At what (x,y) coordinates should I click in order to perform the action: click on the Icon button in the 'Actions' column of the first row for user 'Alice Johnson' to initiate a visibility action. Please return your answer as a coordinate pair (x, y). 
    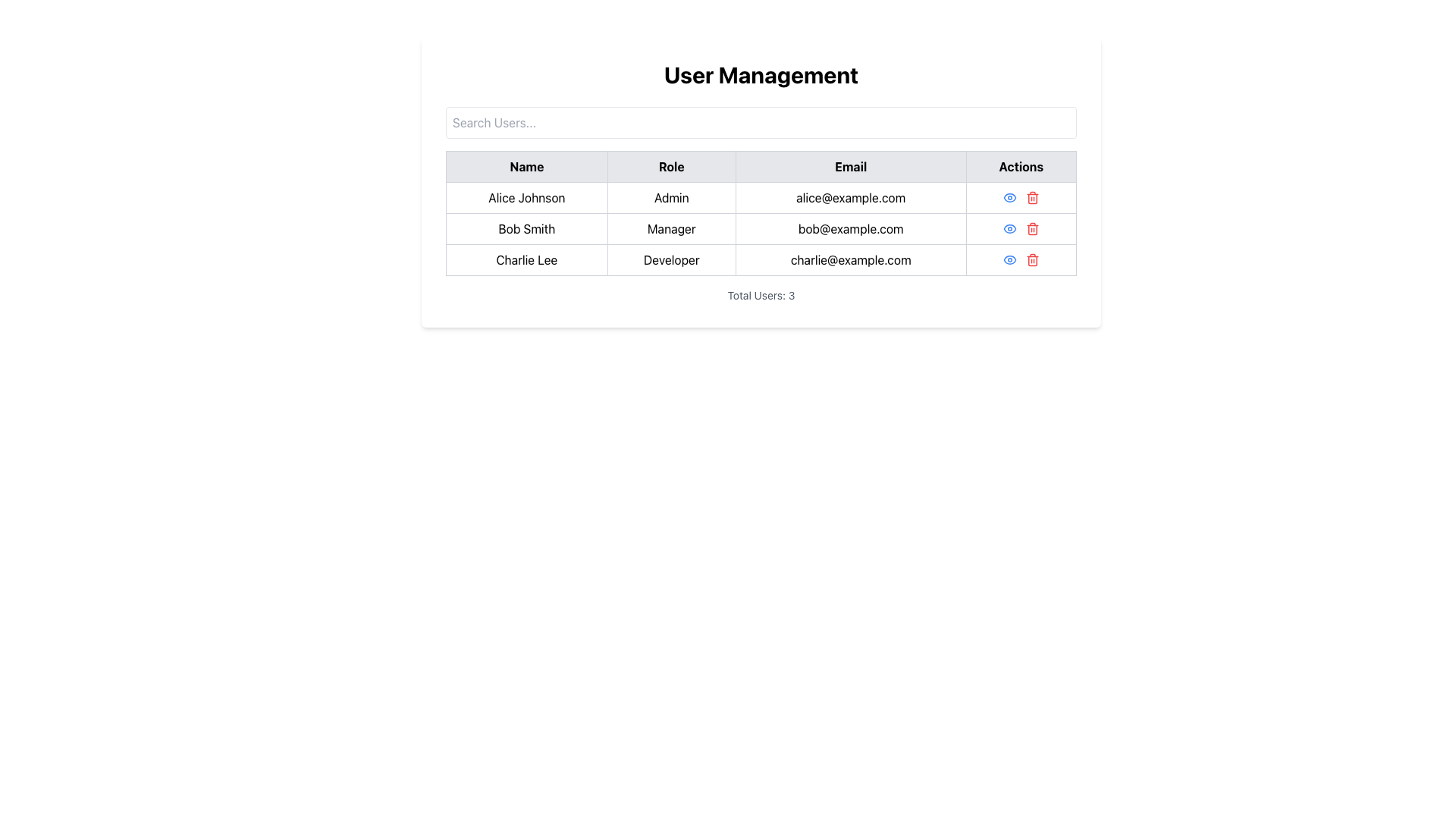
    Looking at the image, I should click on (1009, 197).